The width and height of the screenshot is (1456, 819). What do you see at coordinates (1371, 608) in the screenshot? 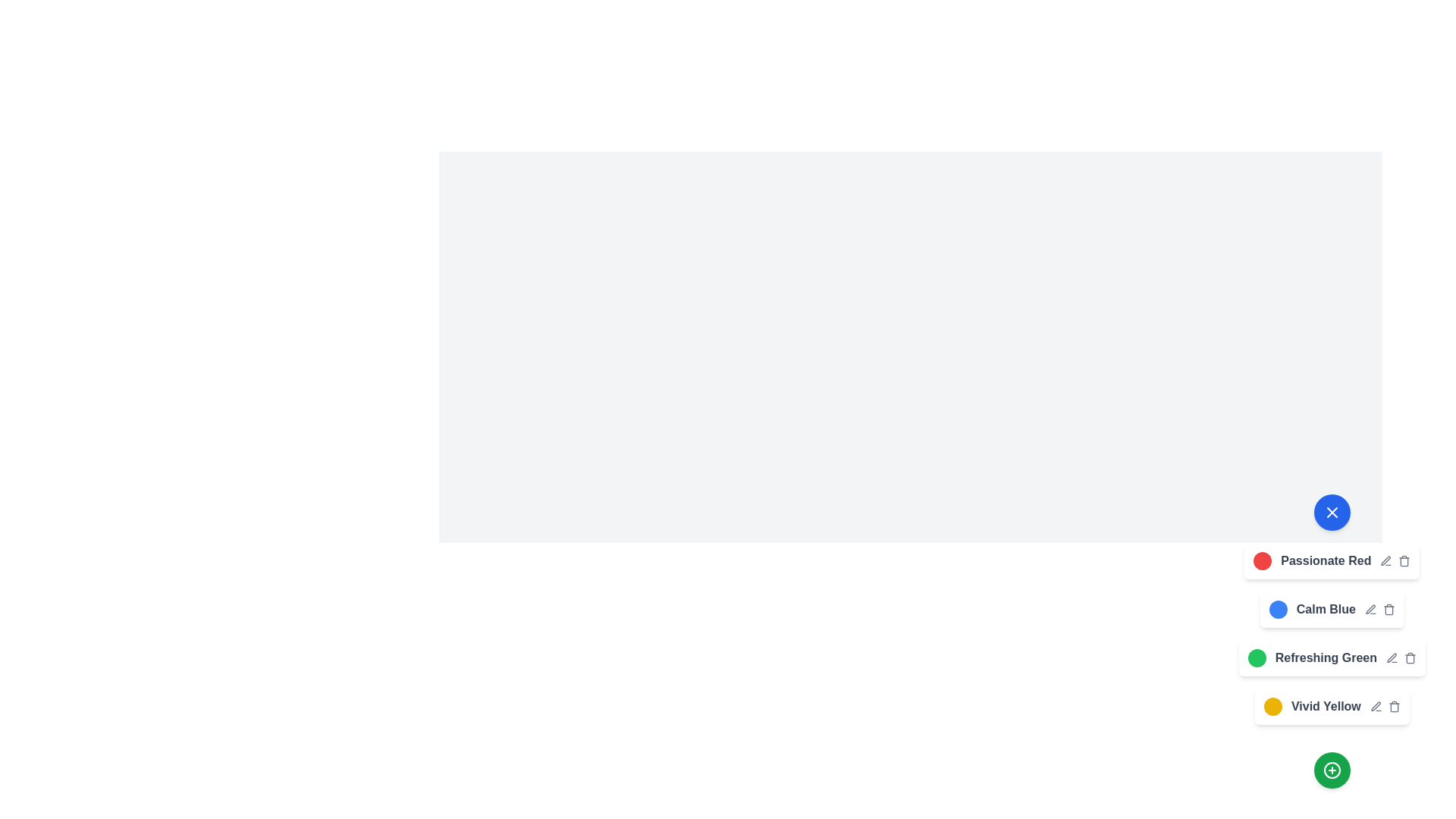
I see `edit button next to the color theme named Calm Blue` at bounding box center [1371, 608].